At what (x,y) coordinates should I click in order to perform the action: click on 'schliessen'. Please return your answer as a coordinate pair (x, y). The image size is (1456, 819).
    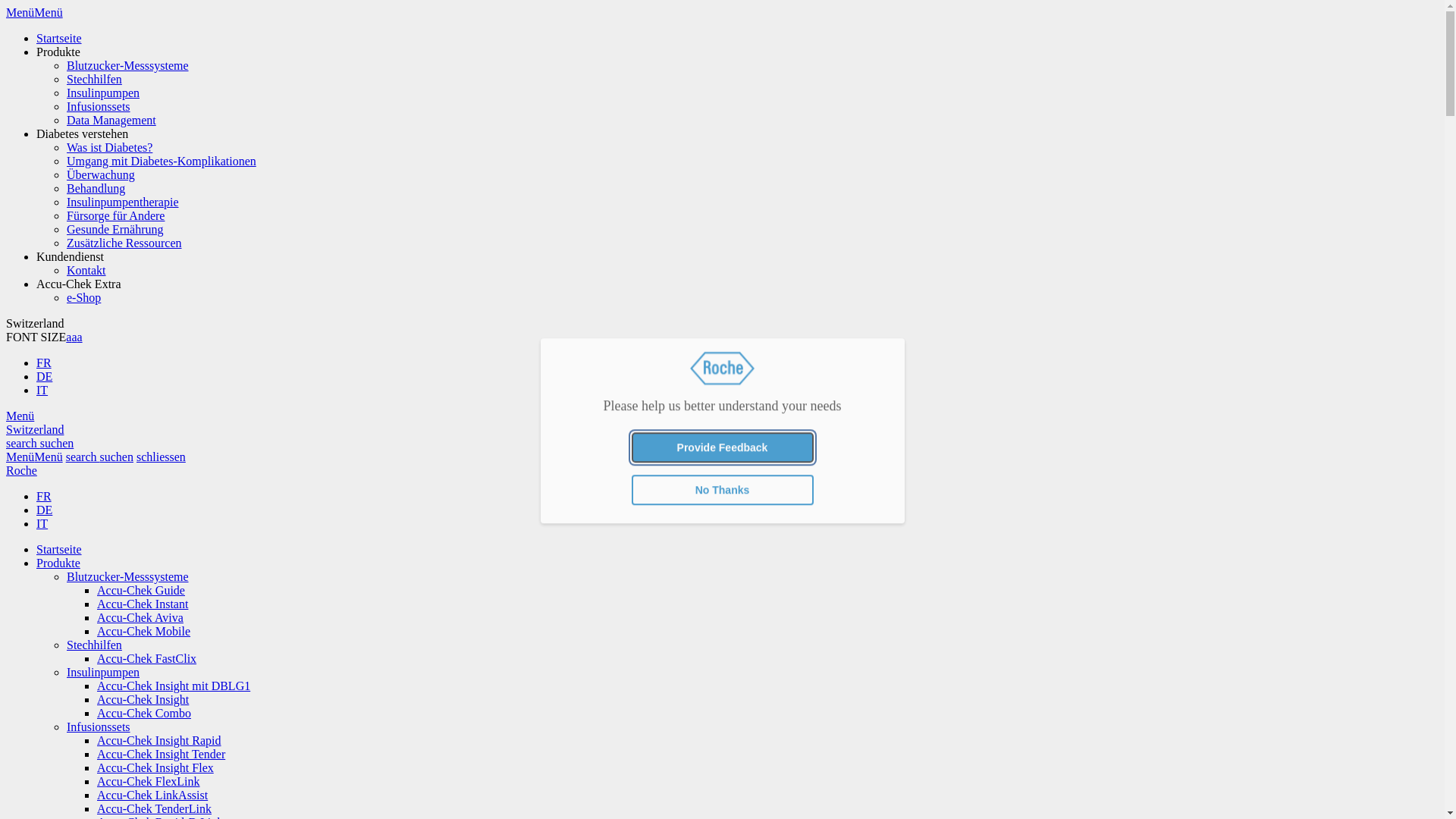
    Looking at the image, I should click on (161, 456).